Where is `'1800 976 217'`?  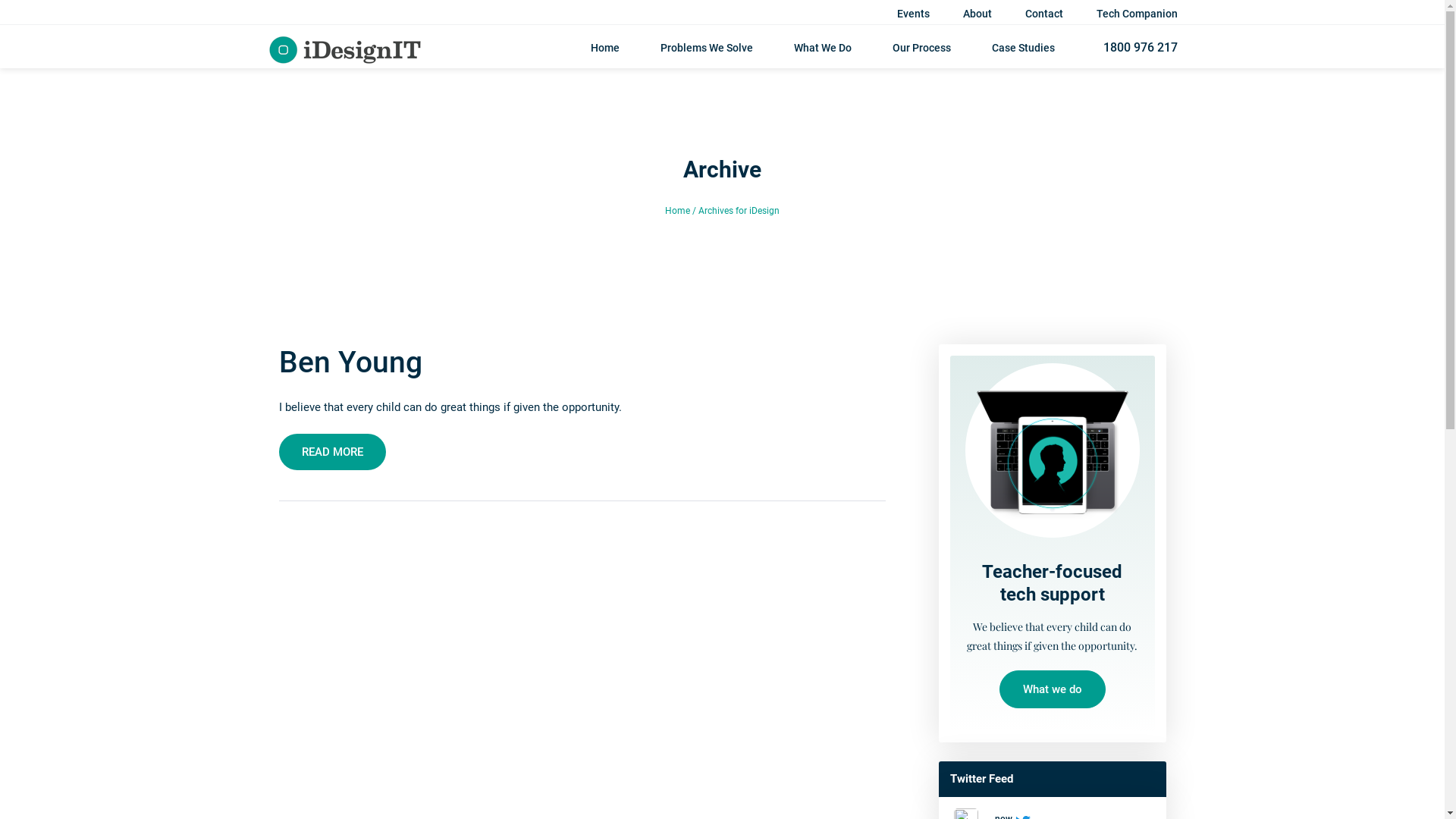 '1800 976 217' is located at coordinates (1135, 46).